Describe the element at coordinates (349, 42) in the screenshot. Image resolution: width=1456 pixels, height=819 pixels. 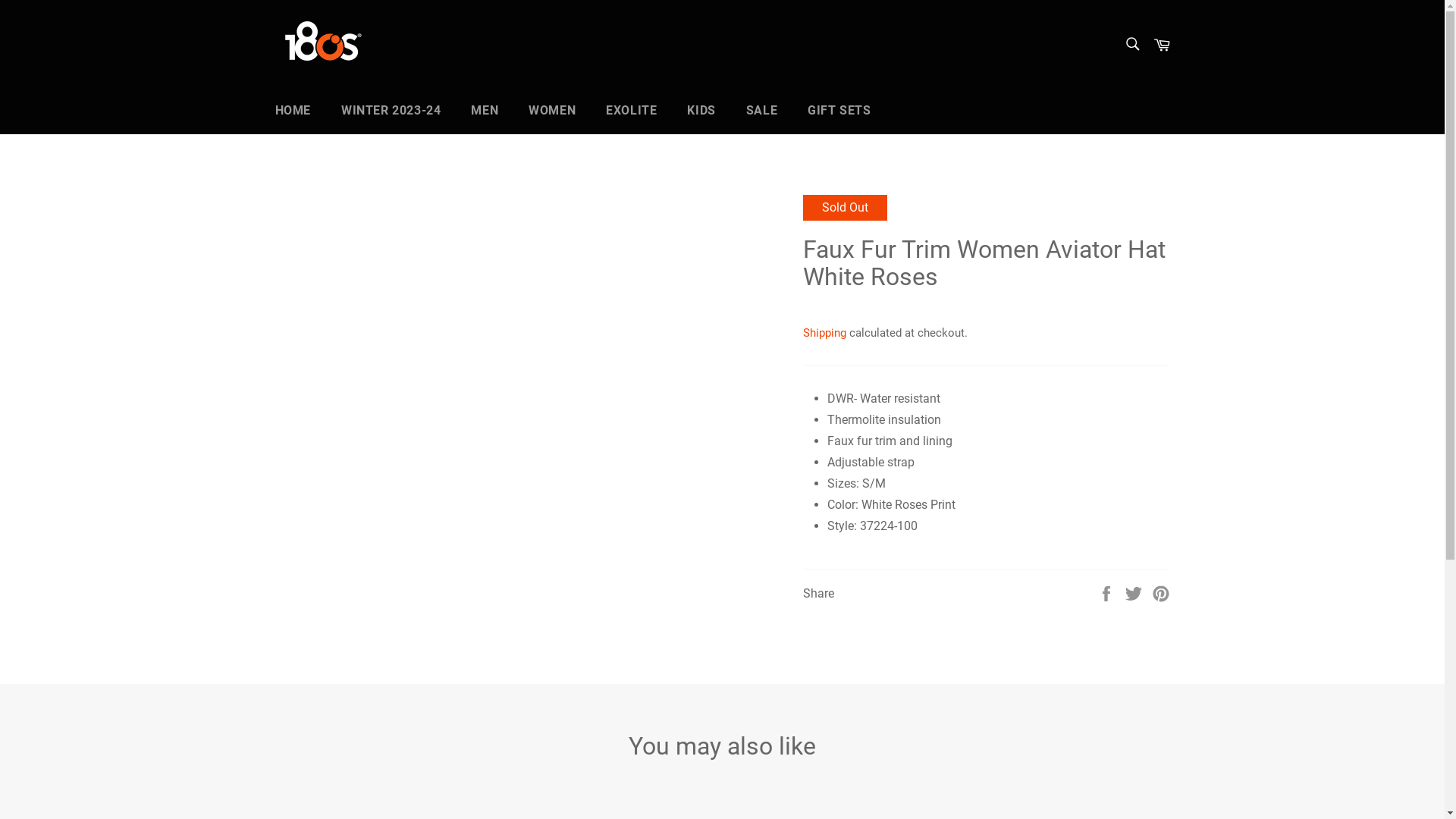
I see `'180s USA LLC'` at that location.